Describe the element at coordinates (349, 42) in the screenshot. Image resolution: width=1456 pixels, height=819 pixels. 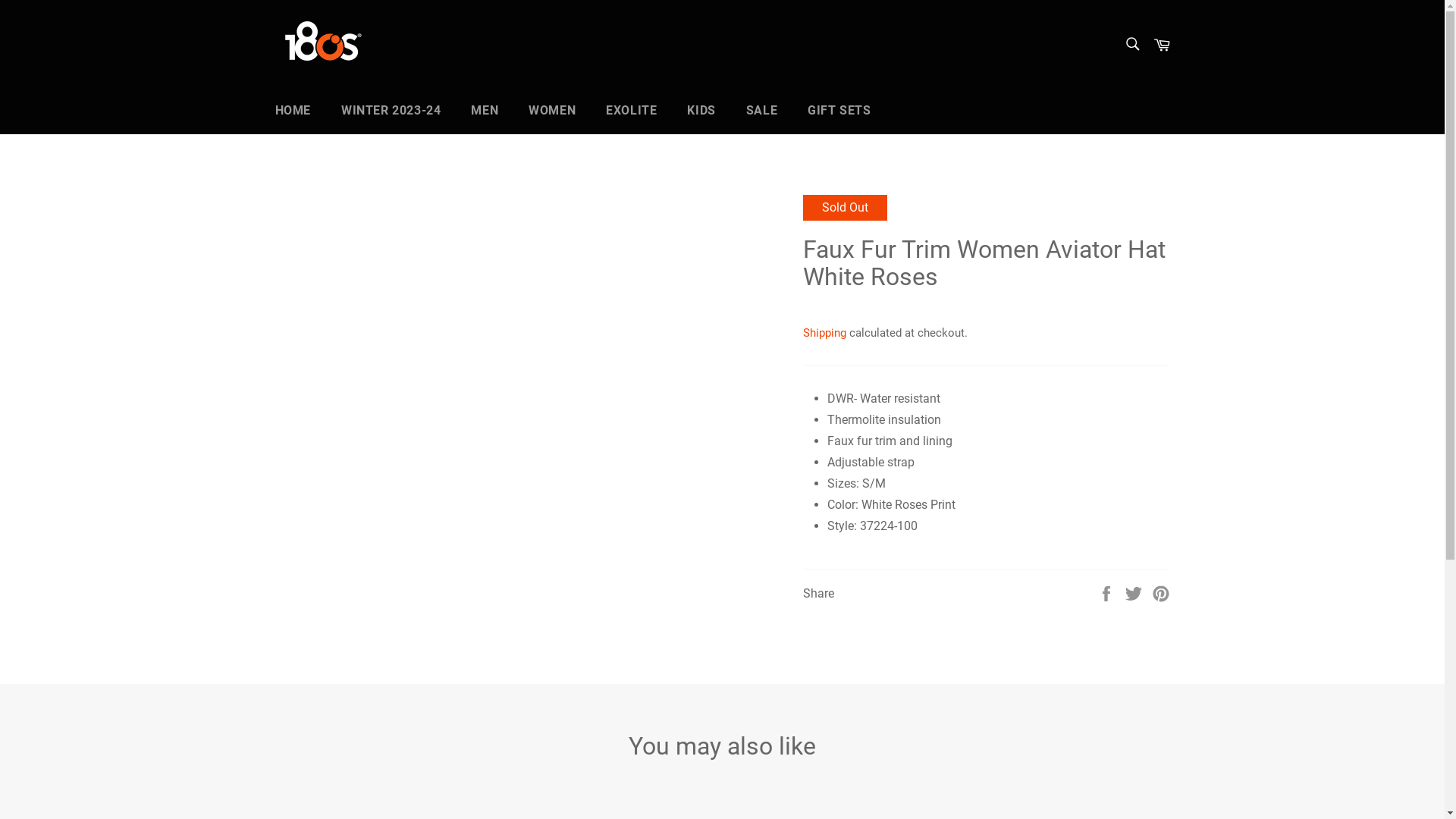
I see `'180s USA LLC'` at that location.